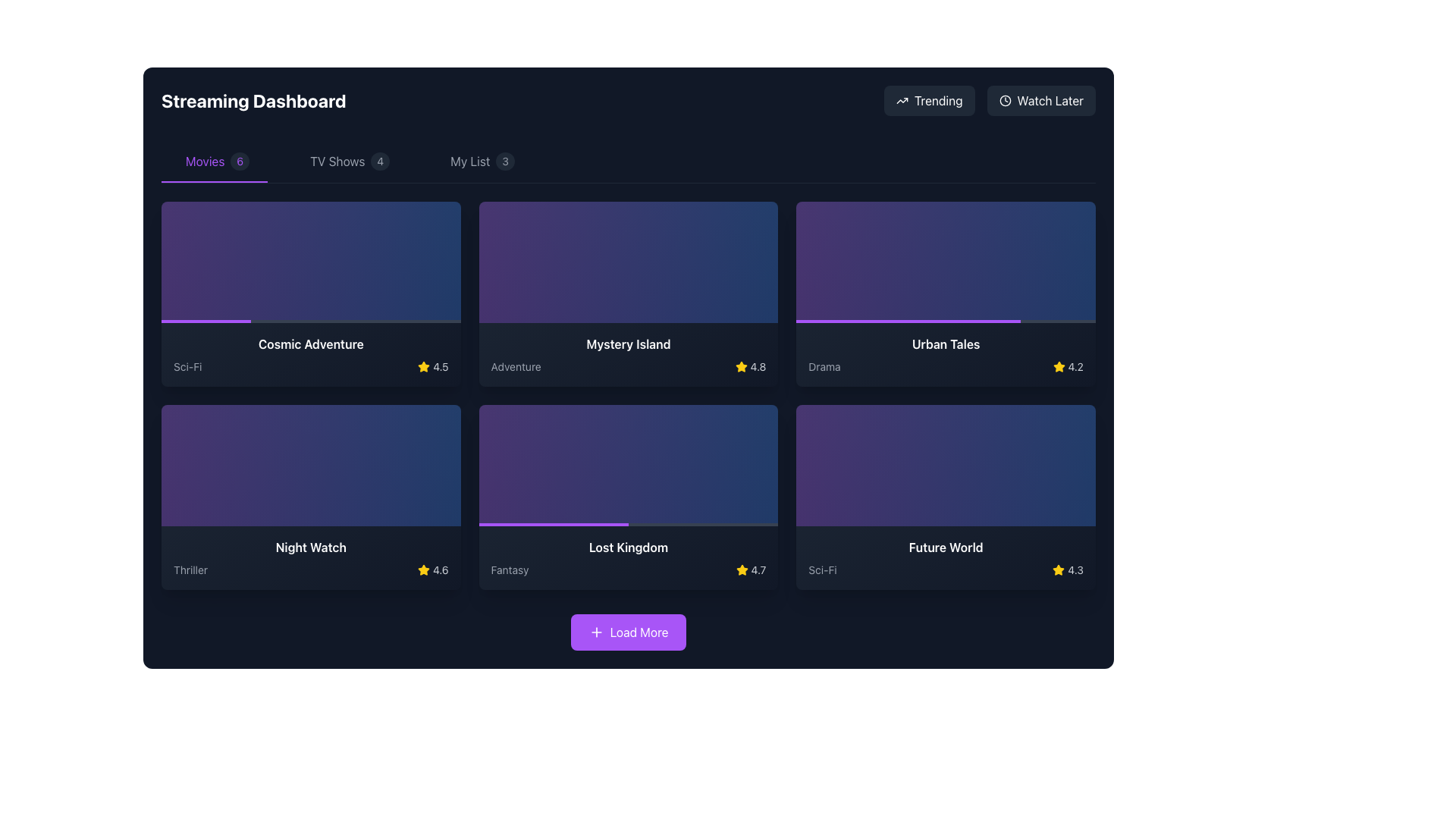  I want to click on the numerical rating value displayed in the Rating Display for the 'Lost Kingdom' card, which is located in the bottom section to the right of the 'Fantasy' label, so click(751, 570).